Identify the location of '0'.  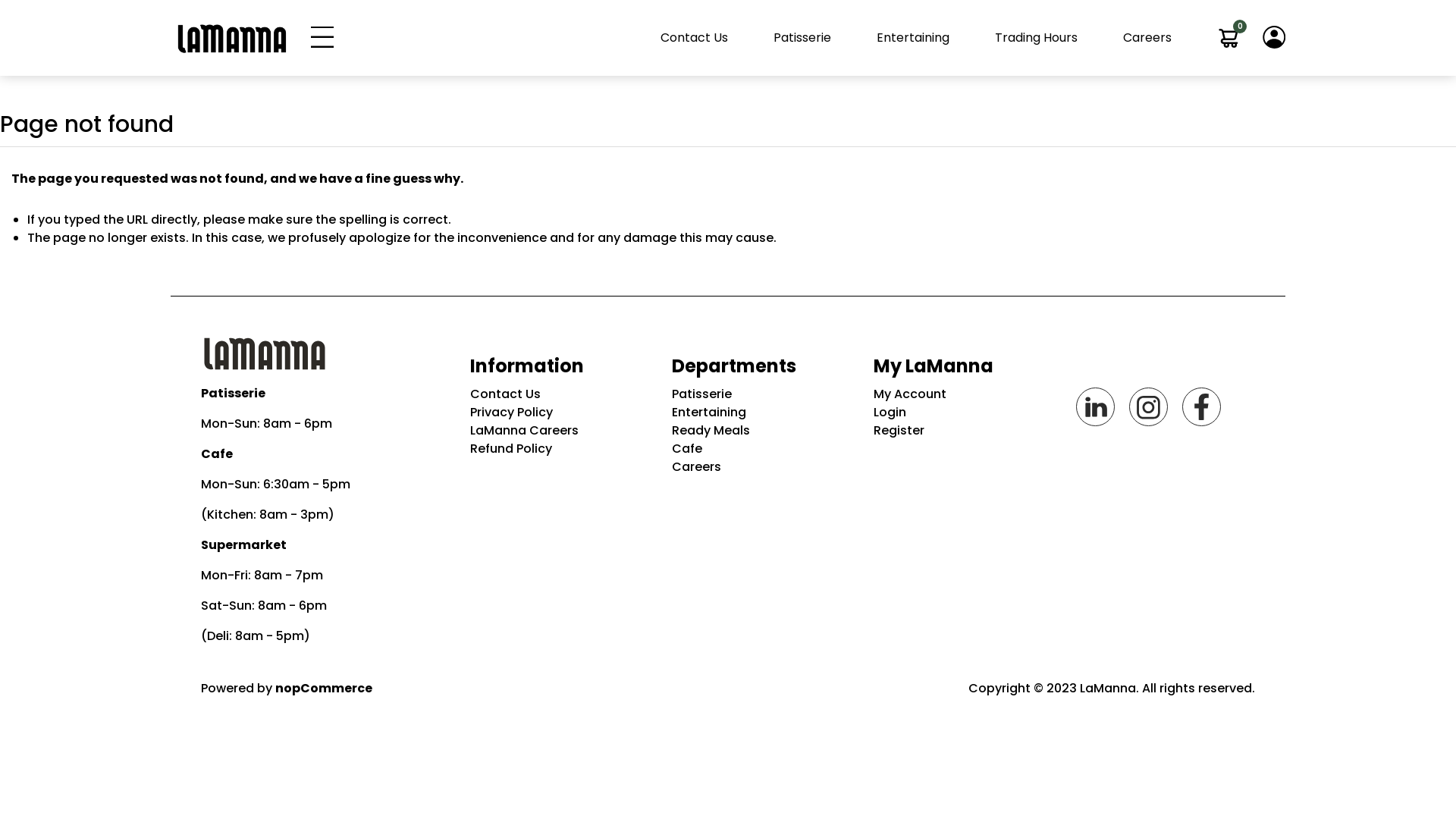
(1228, 37).